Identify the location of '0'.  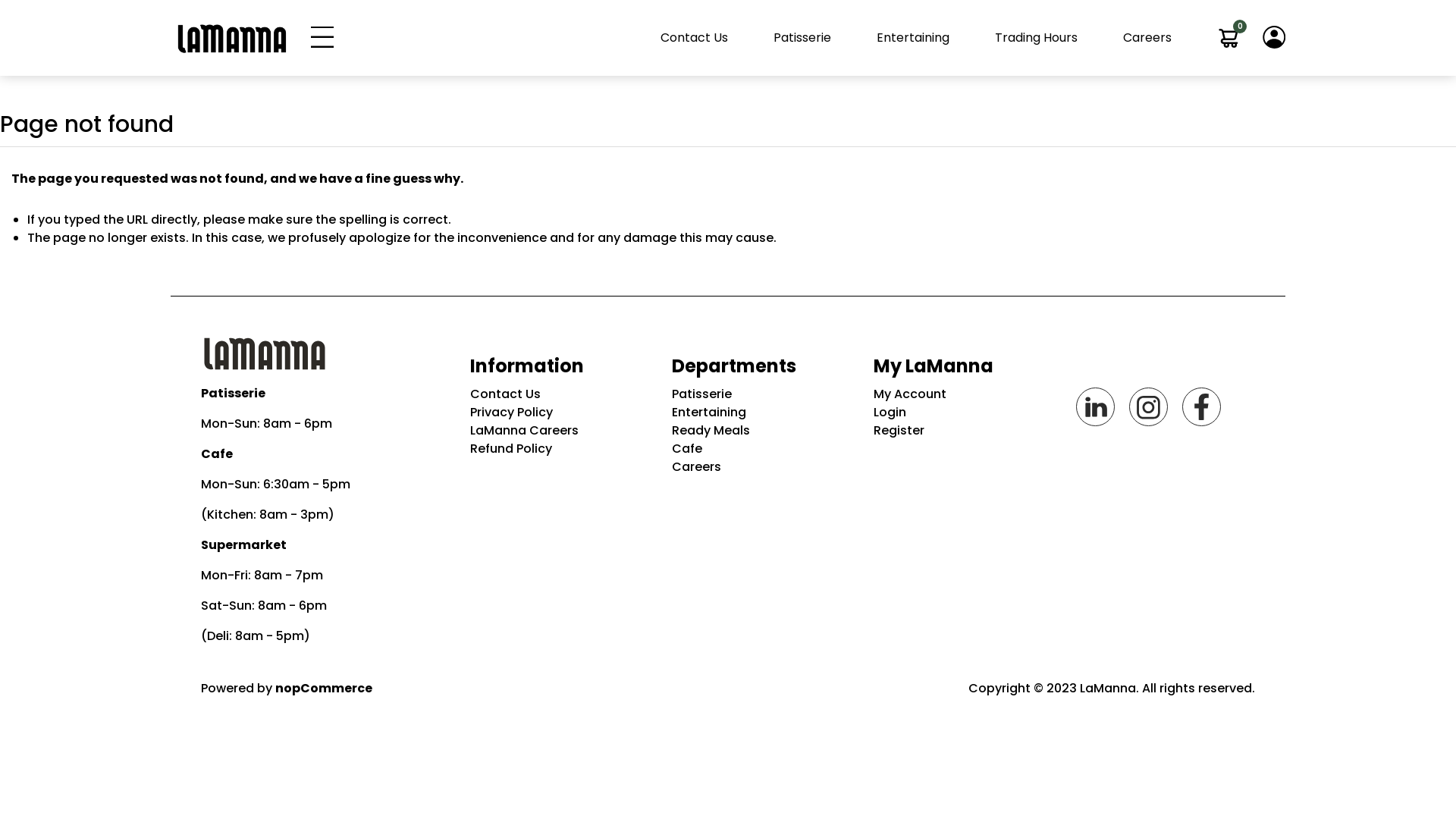
(1228, 37).